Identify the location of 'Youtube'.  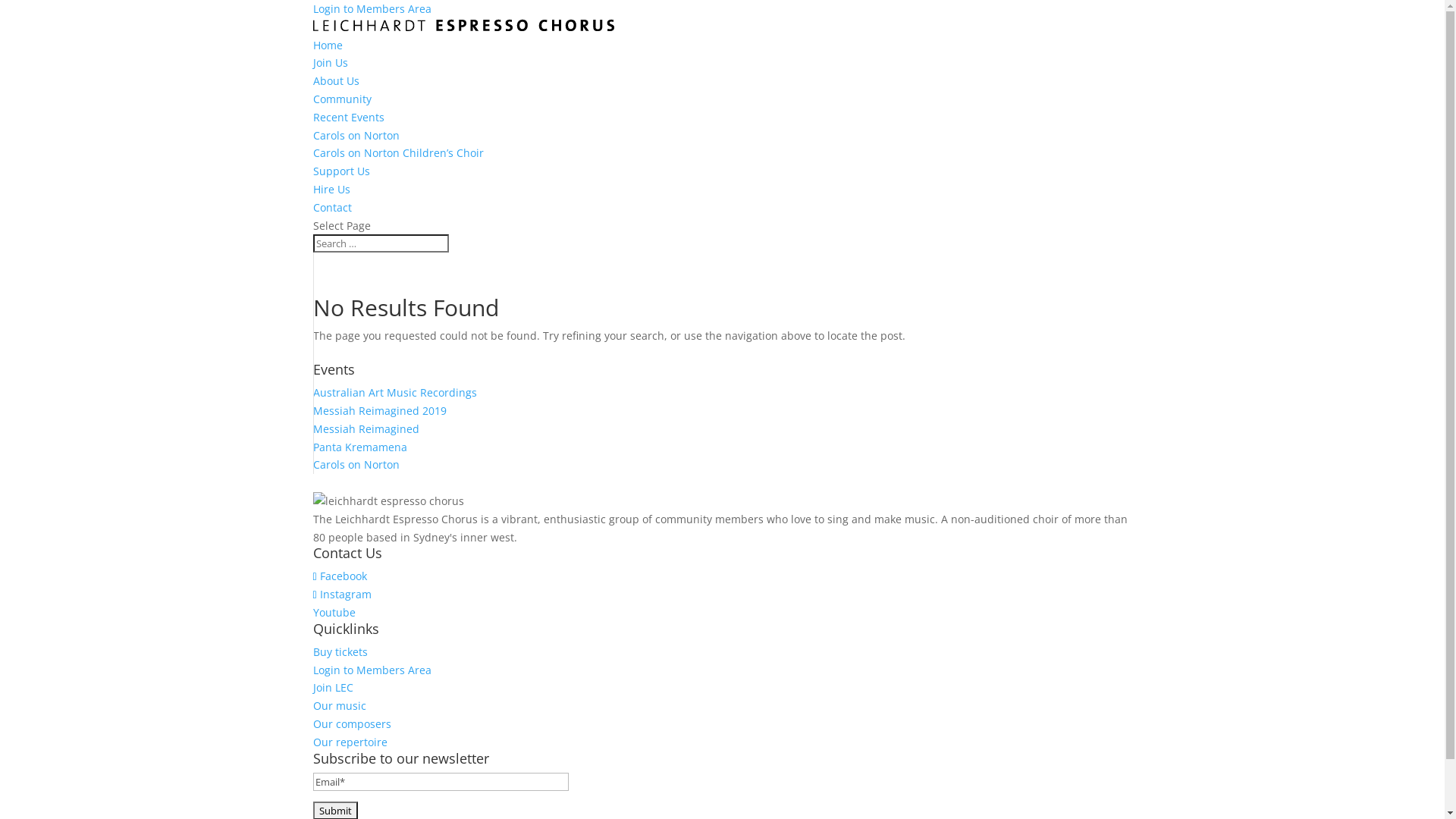
(333, 611).